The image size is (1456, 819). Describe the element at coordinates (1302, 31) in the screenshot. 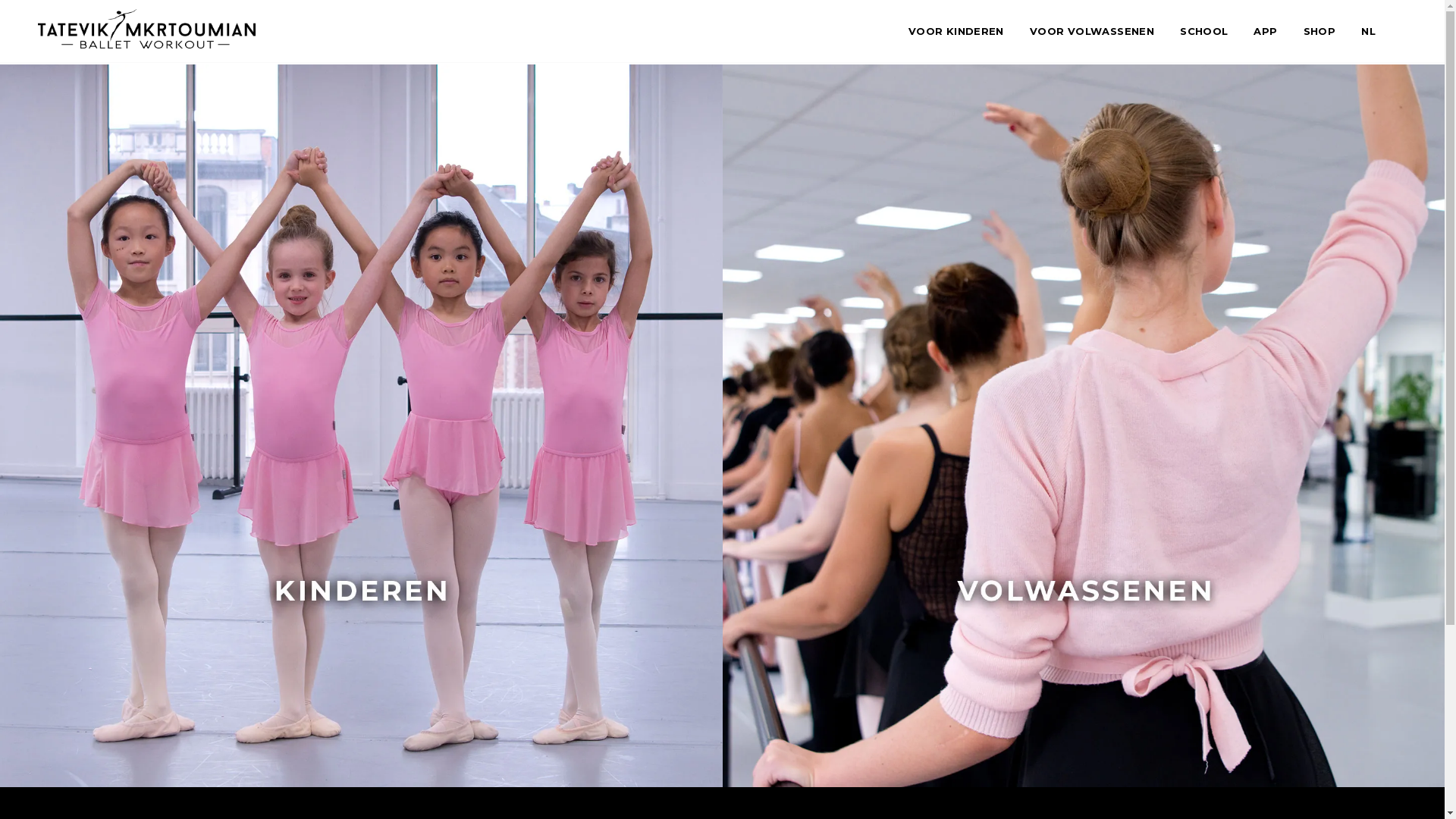

I see `'SHOP'` at that location.